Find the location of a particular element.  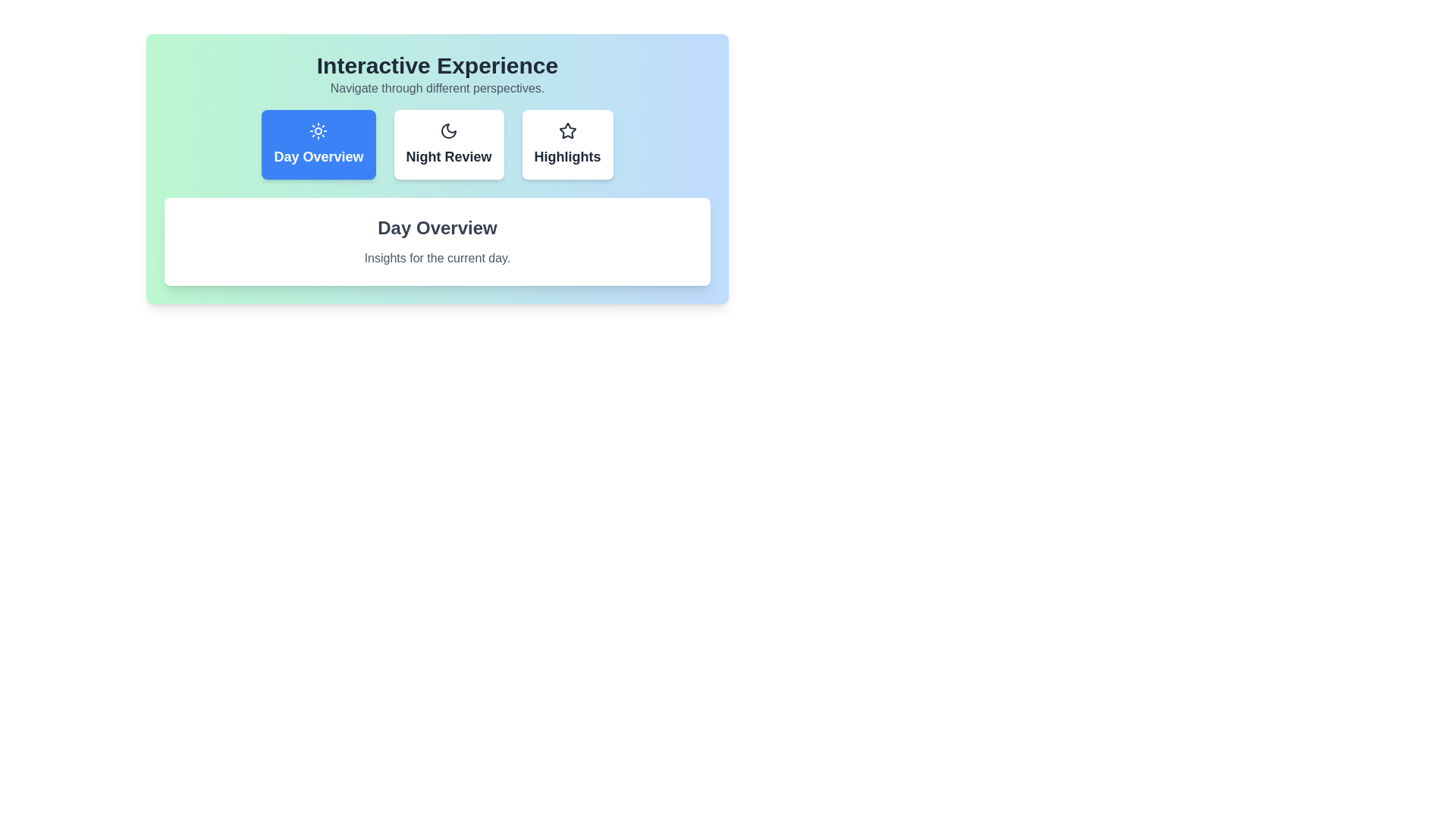

the Day Overview tab to switch to its content is located at coordinates (318, 145).